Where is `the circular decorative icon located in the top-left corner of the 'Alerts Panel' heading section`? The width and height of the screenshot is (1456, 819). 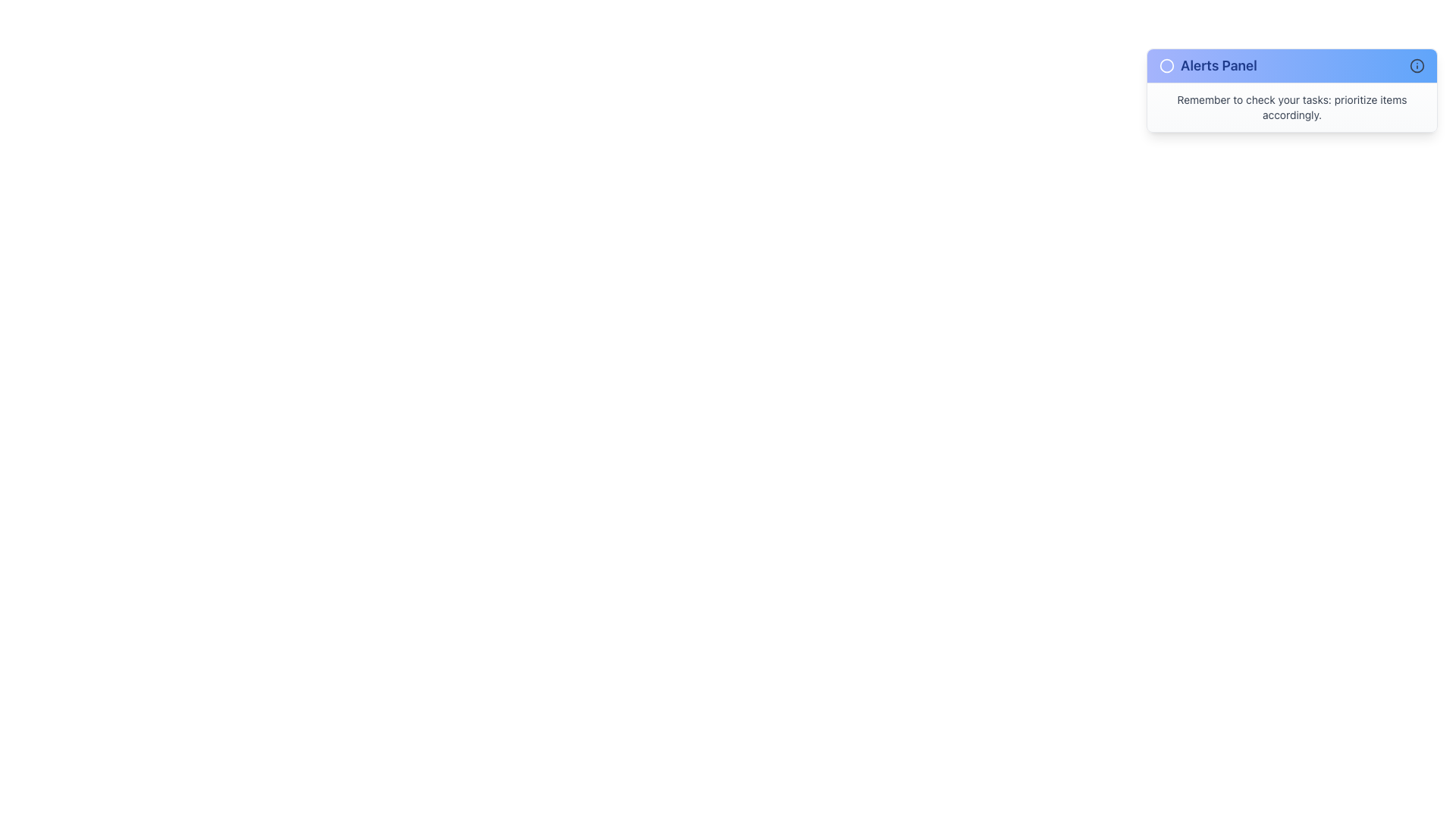 the circular decorative icon located in the top-left corner of the 'Alerts Panel' heading section is located at coordinates (1166, 65).